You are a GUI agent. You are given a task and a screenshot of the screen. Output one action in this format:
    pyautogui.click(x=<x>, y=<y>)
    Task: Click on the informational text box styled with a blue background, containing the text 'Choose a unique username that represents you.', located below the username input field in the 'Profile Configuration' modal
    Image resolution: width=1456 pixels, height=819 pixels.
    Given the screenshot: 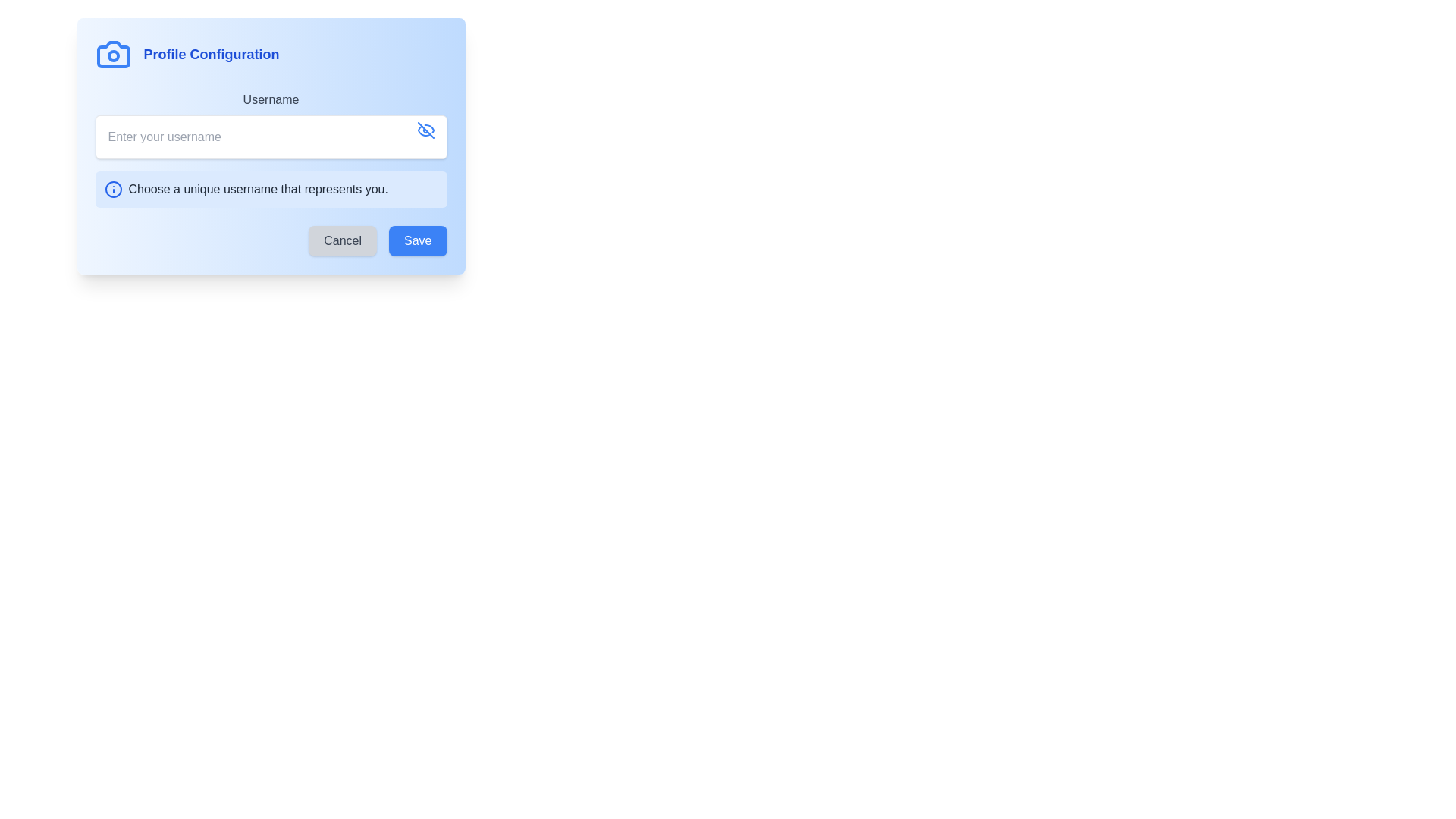 What is the action you would take?
    pyautogui.click(x=271, y=189)
    